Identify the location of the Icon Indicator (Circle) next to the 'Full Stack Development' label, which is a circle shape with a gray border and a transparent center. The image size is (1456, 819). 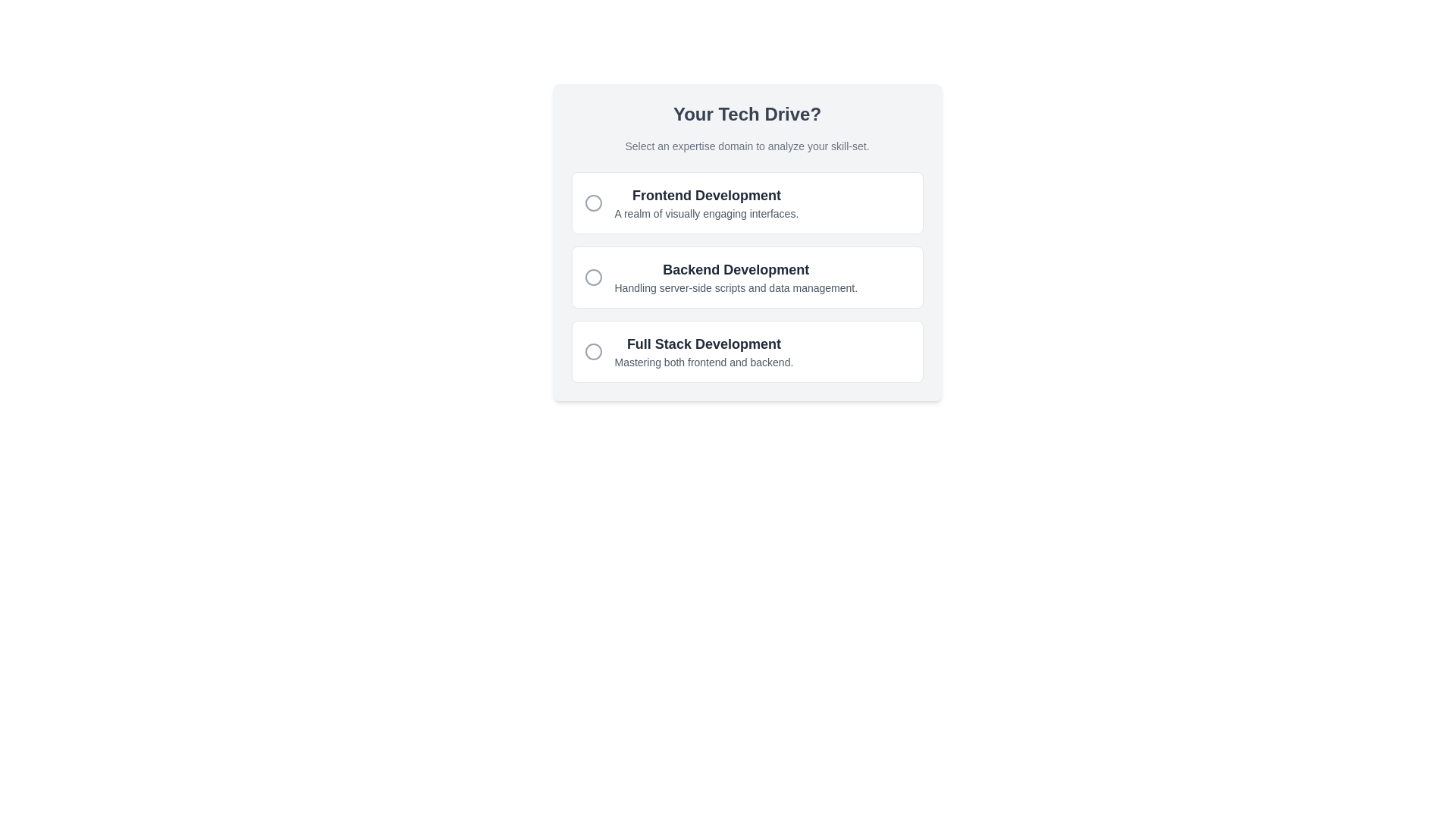
(592, 351).